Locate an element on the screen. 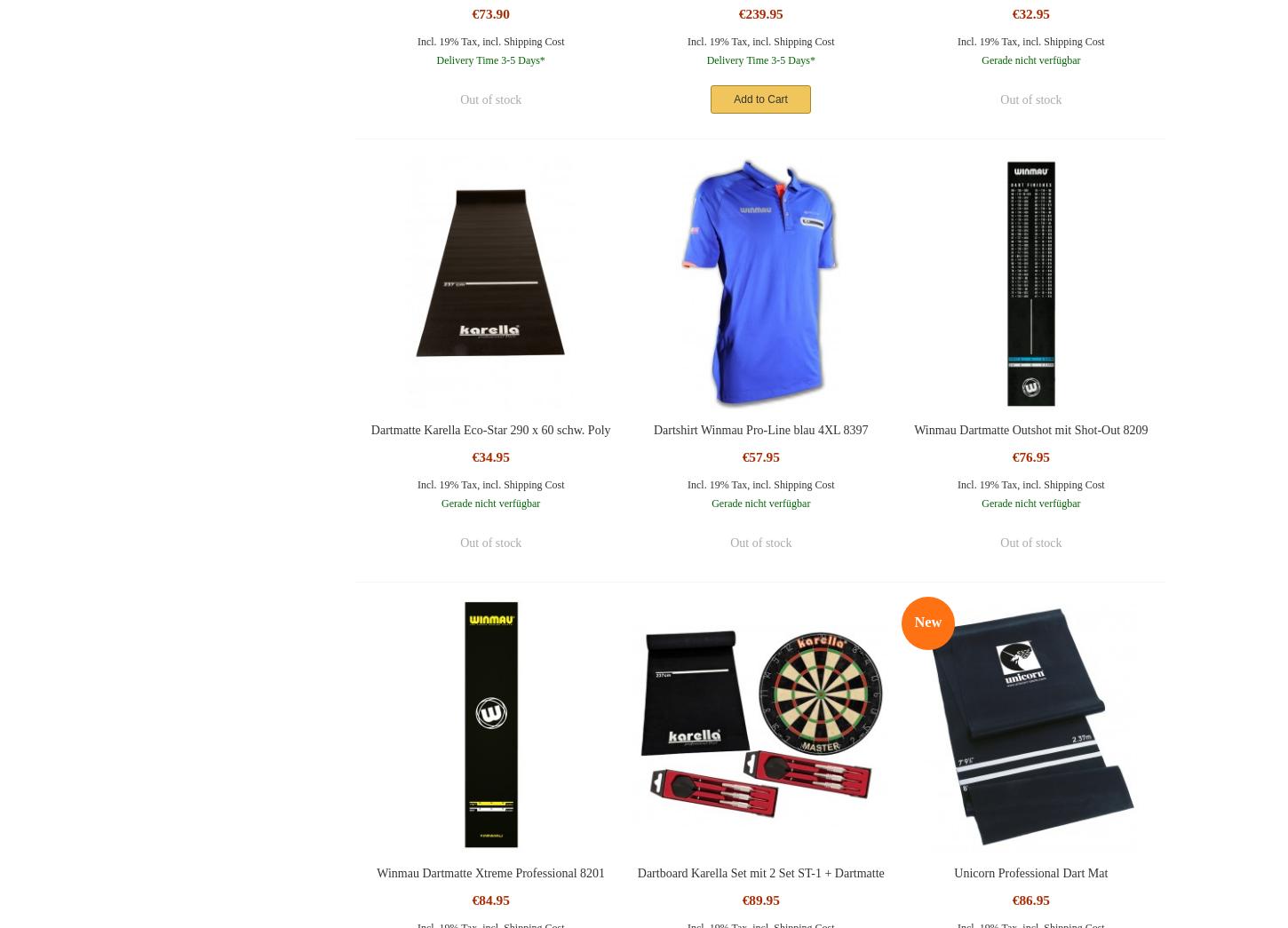 The width and height of the screenshot is (1288, 928). 'Unicorn Professional Dart Mat' is located at coordinates (954, 872).